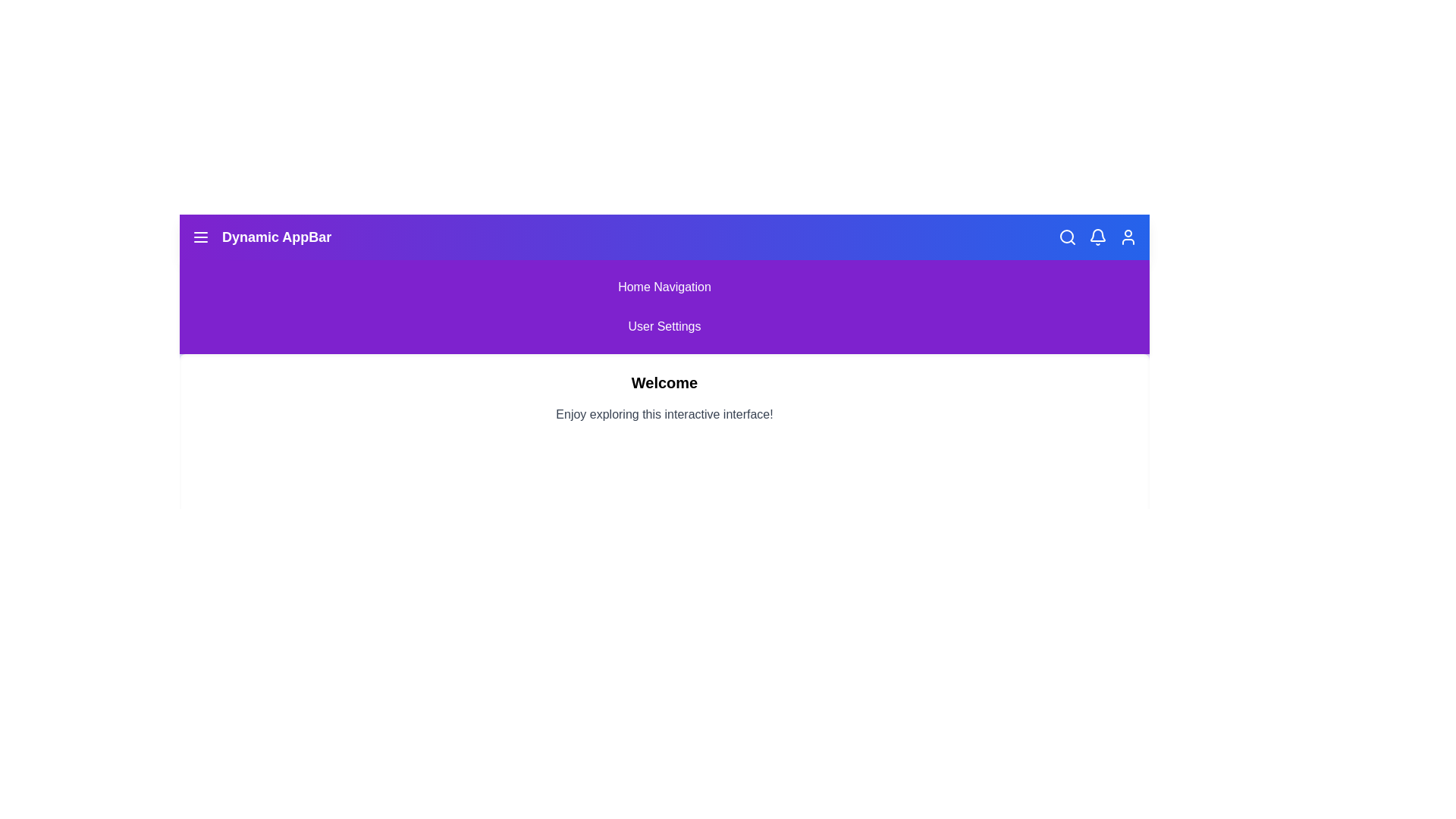 The image size is (1456, 819). What do you see at coordinates (1066, 237) in the screenshot?
I see `the 'Search' icon in the navigation bar` at bounding box center [1066, 237].